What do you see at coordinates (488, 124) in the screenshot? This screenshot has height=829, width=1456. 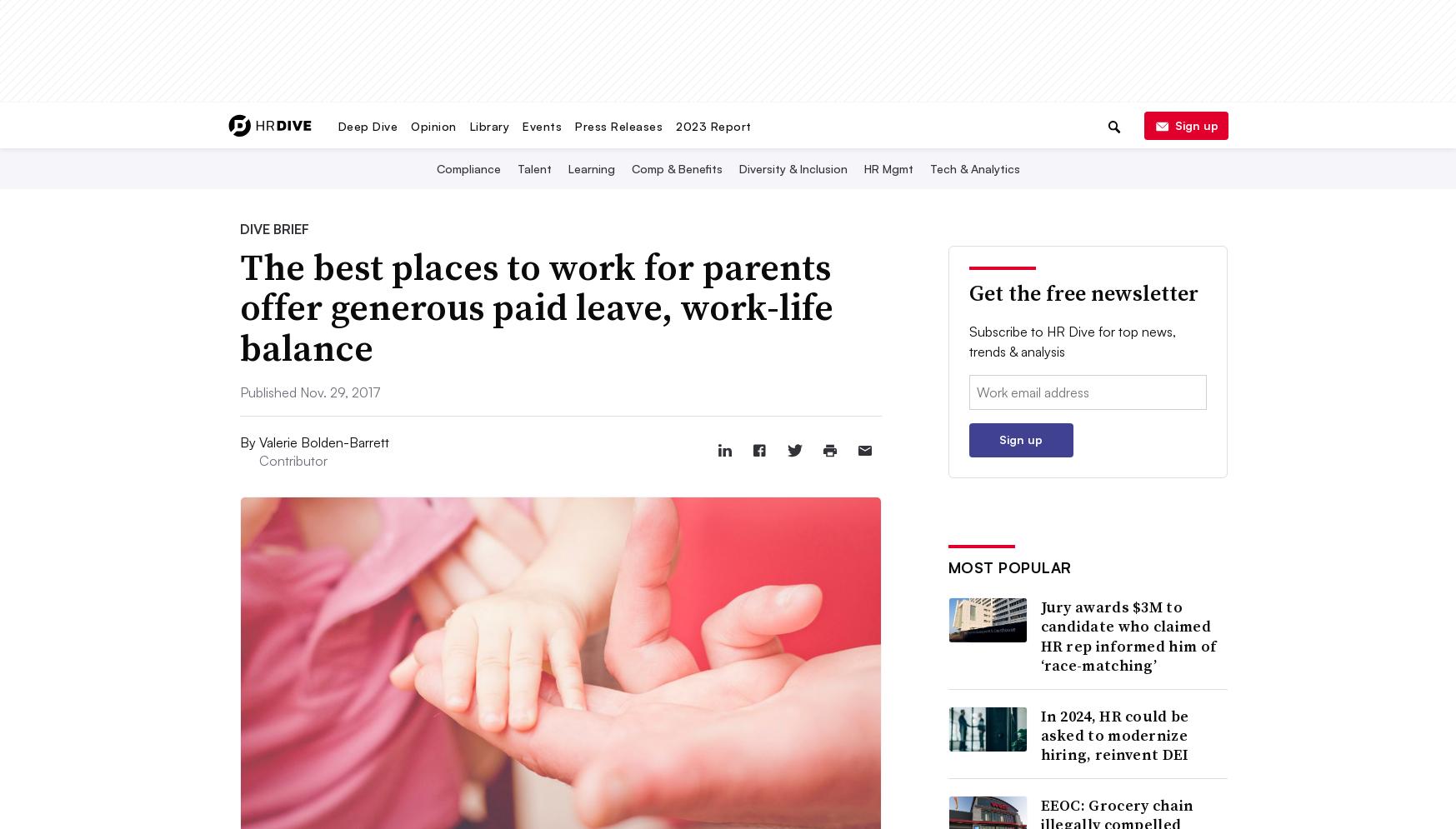 I see `'Library'` at bounding box center [488, 124].